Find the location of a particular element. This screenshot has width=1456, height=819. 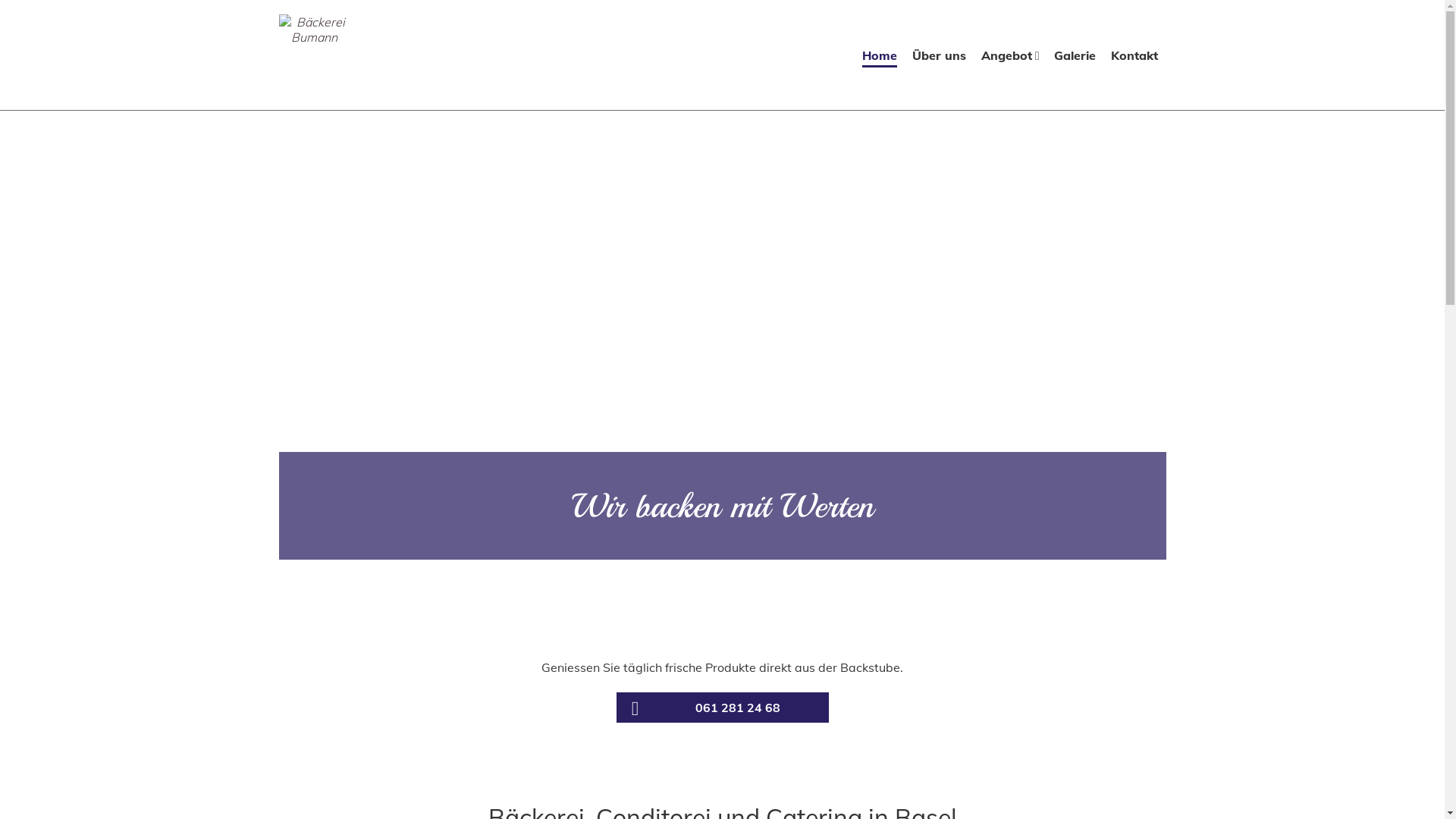

'Home' is located at coordinates (880, 57).